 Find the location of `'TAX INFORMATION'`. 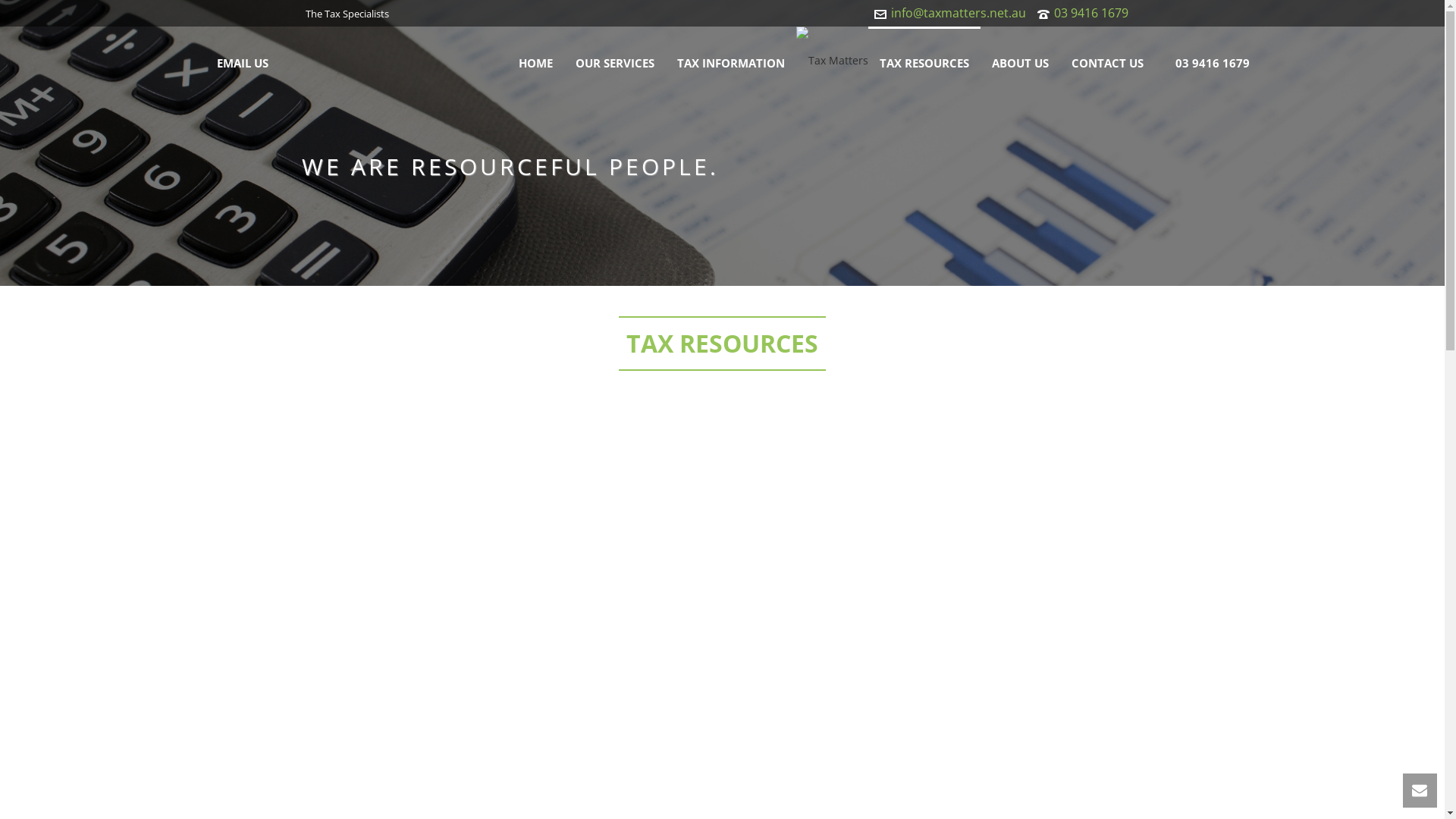

'TAX INFORMATION' is located at coordinates (731, 60).